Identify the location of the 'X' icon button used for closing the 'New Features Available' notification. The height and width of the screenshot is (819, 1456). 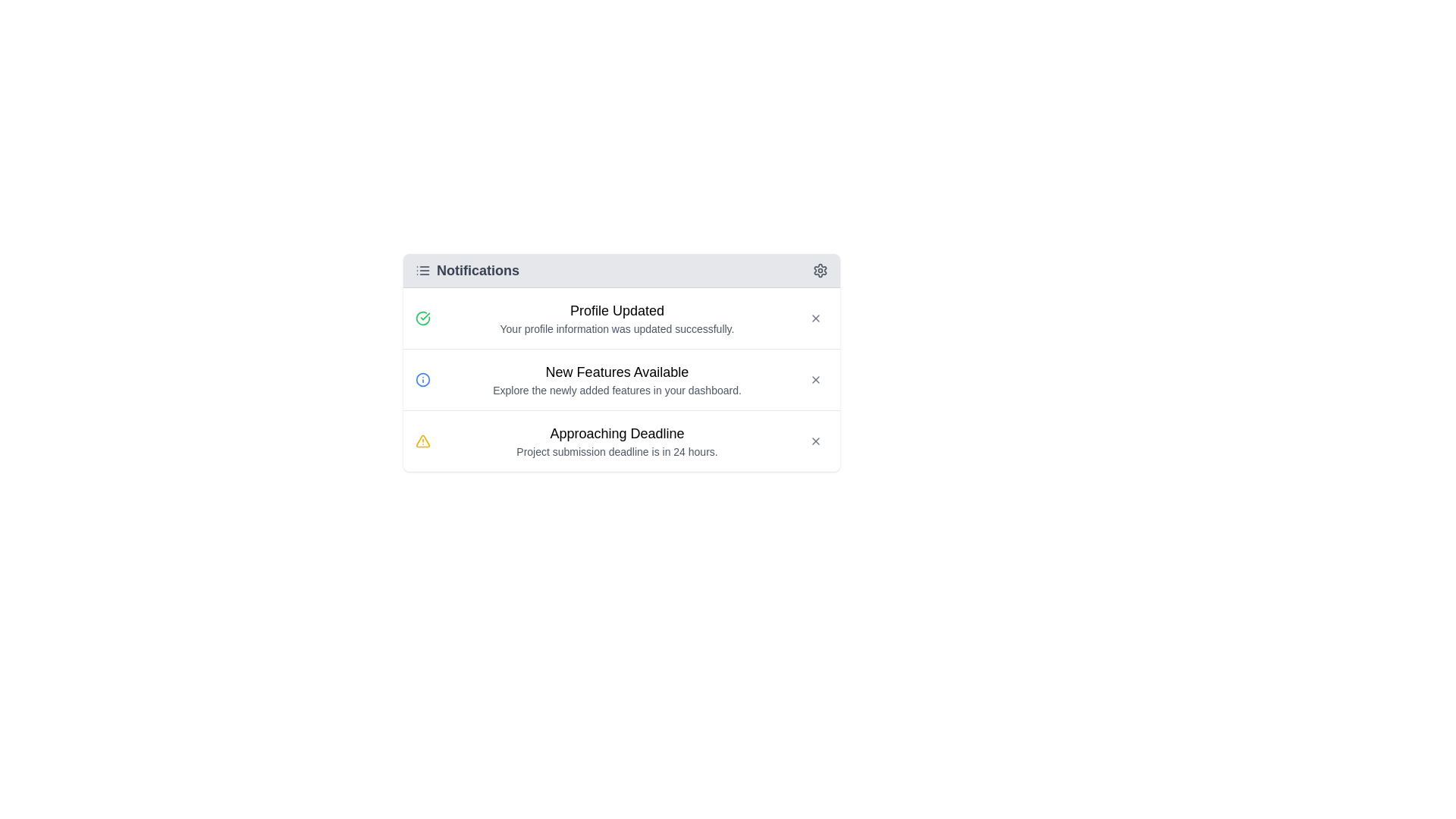
(814, 379).